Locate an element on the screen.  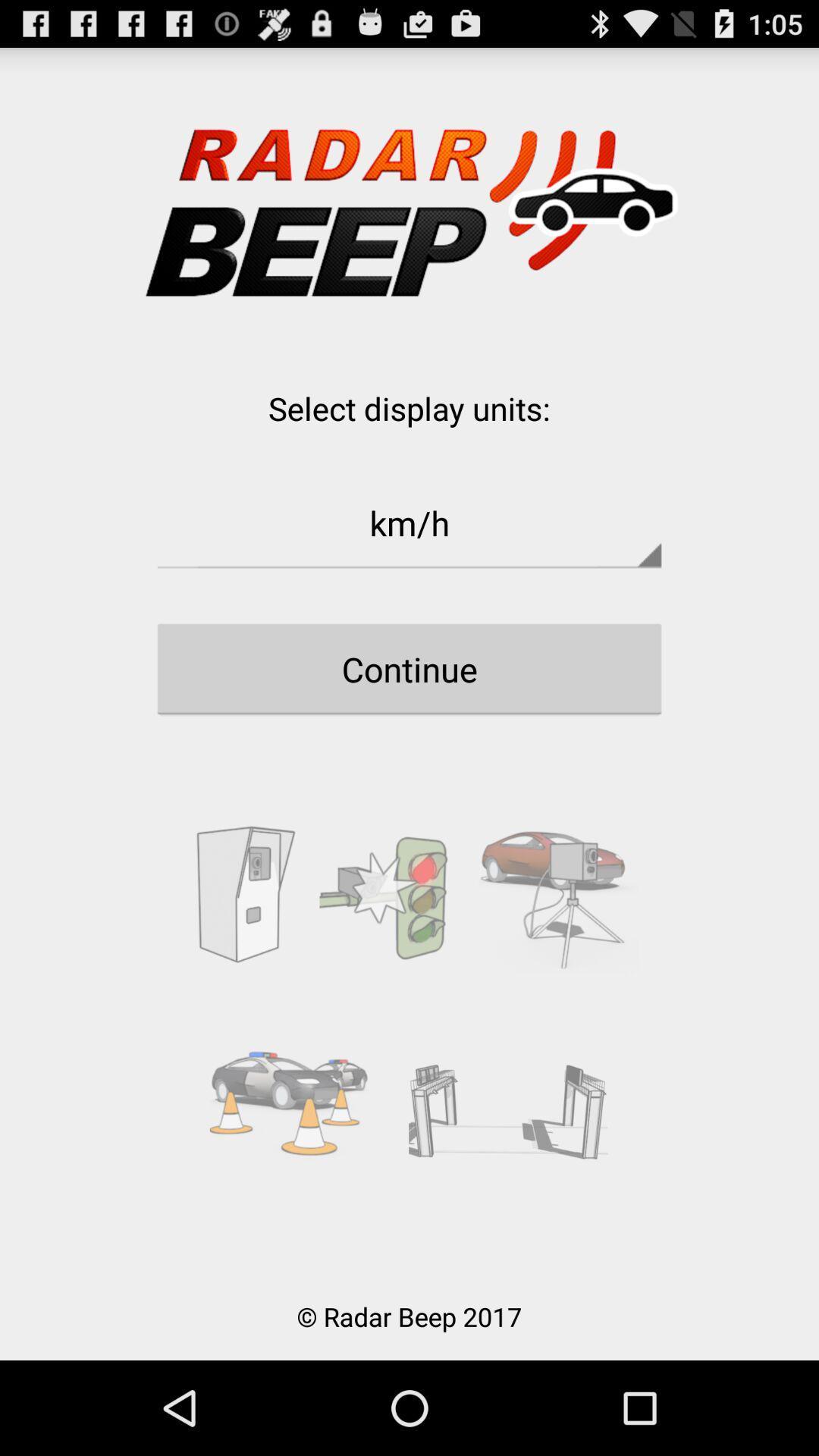
item above continue is located at coordinates (409, 522).